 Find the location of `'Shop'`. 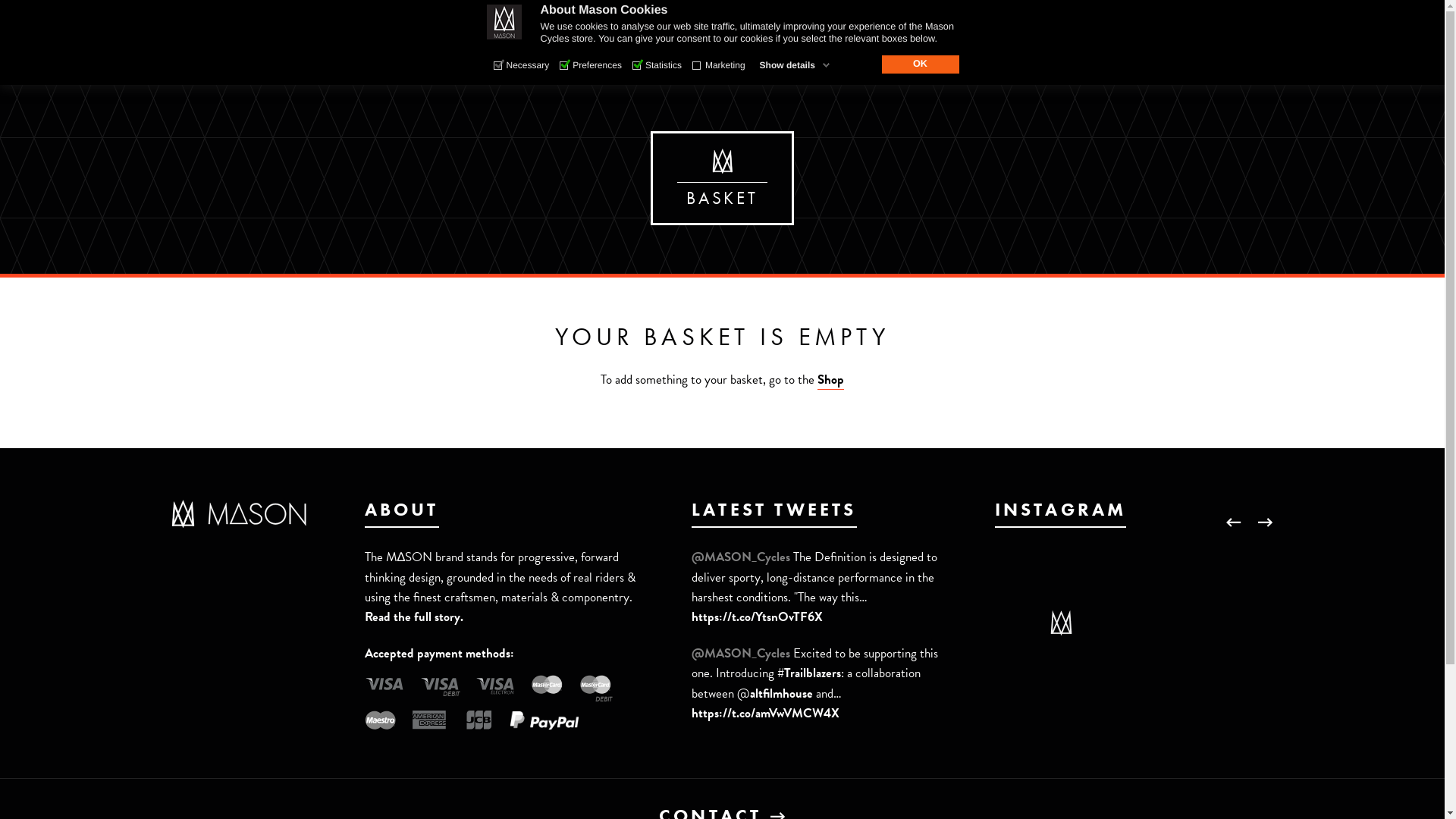

'Shop' is located at coordinates (830, 379).